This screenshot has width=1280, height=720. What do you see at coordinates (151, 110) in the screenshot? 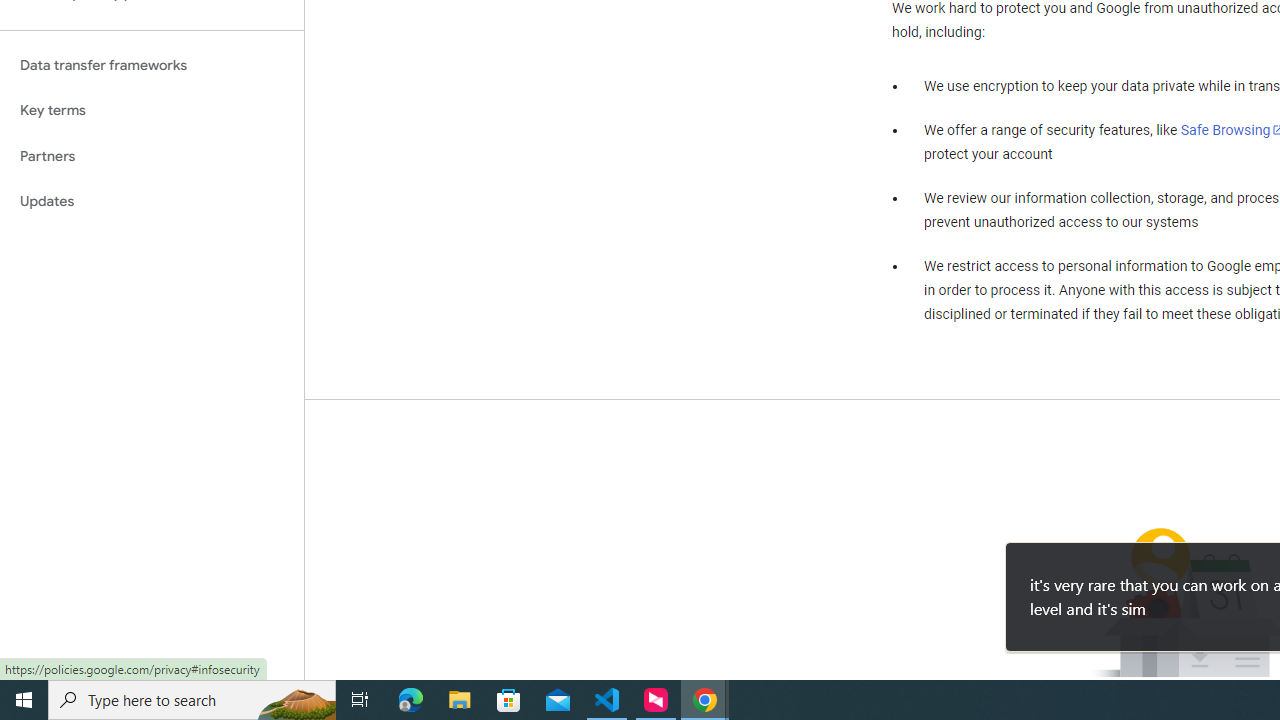
I see `'Key terms'` at bounding box center [151, 110].